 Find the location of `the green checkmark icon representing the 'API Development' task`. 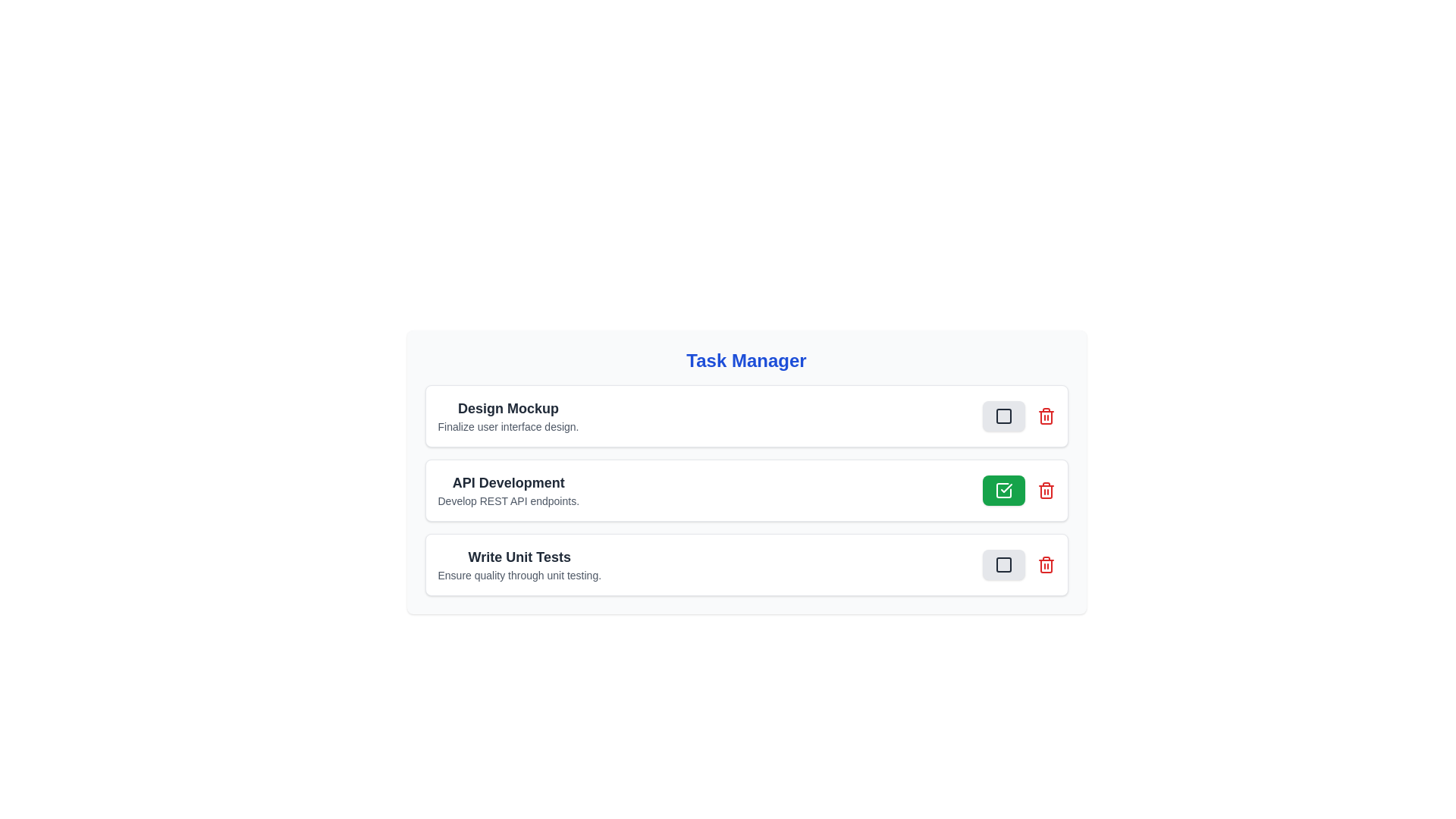

the green checkmark icon representing the 'API Development' task is located at coordinates (1003, 491).